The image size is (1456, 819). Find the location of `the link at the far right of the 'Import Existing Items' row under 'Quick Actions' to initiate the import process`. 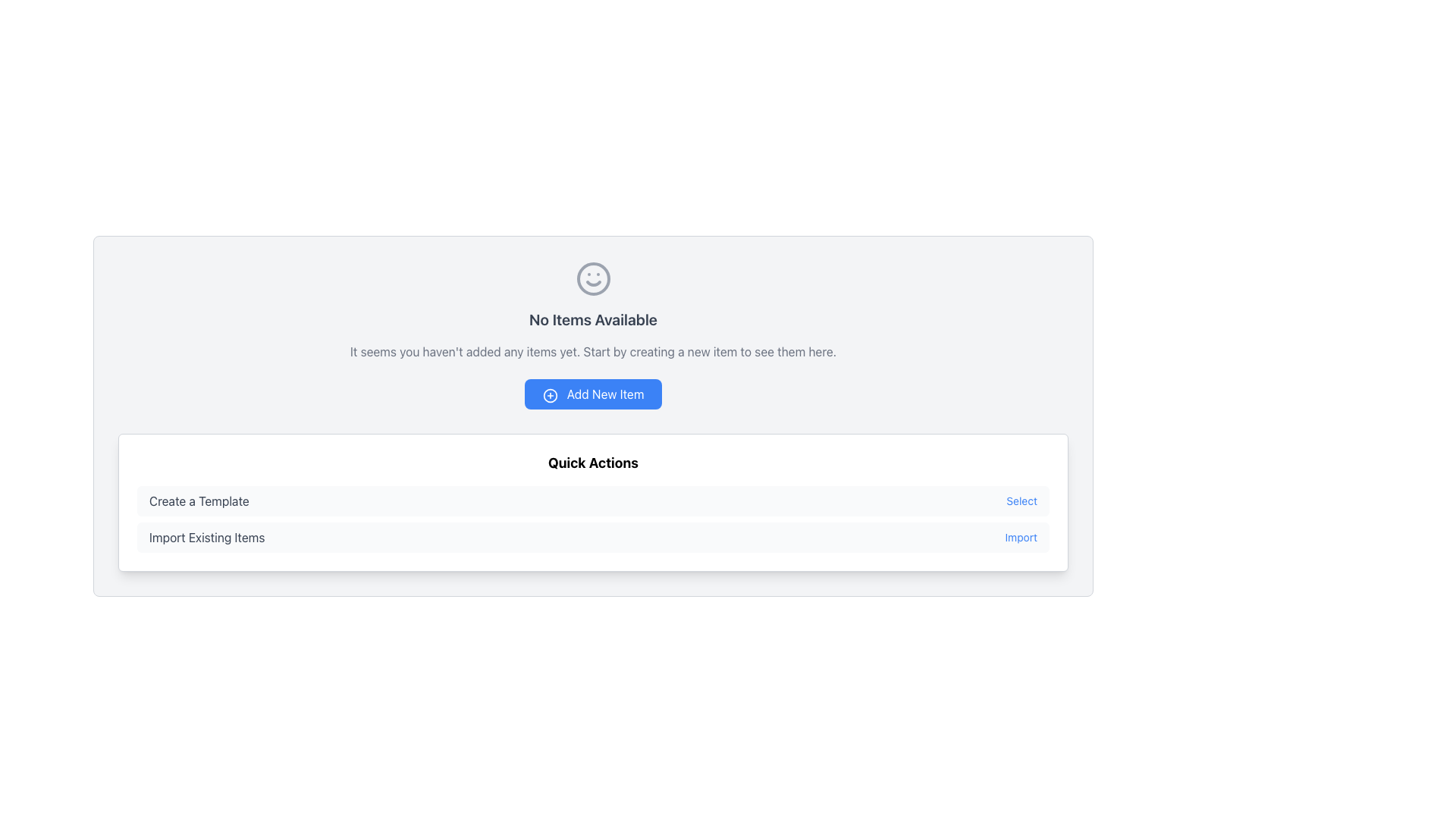

the link at the far right of the 'Import Existing Items' row under 'Quick Actions' to initiate the import process is located at coordinates (1021, 537).